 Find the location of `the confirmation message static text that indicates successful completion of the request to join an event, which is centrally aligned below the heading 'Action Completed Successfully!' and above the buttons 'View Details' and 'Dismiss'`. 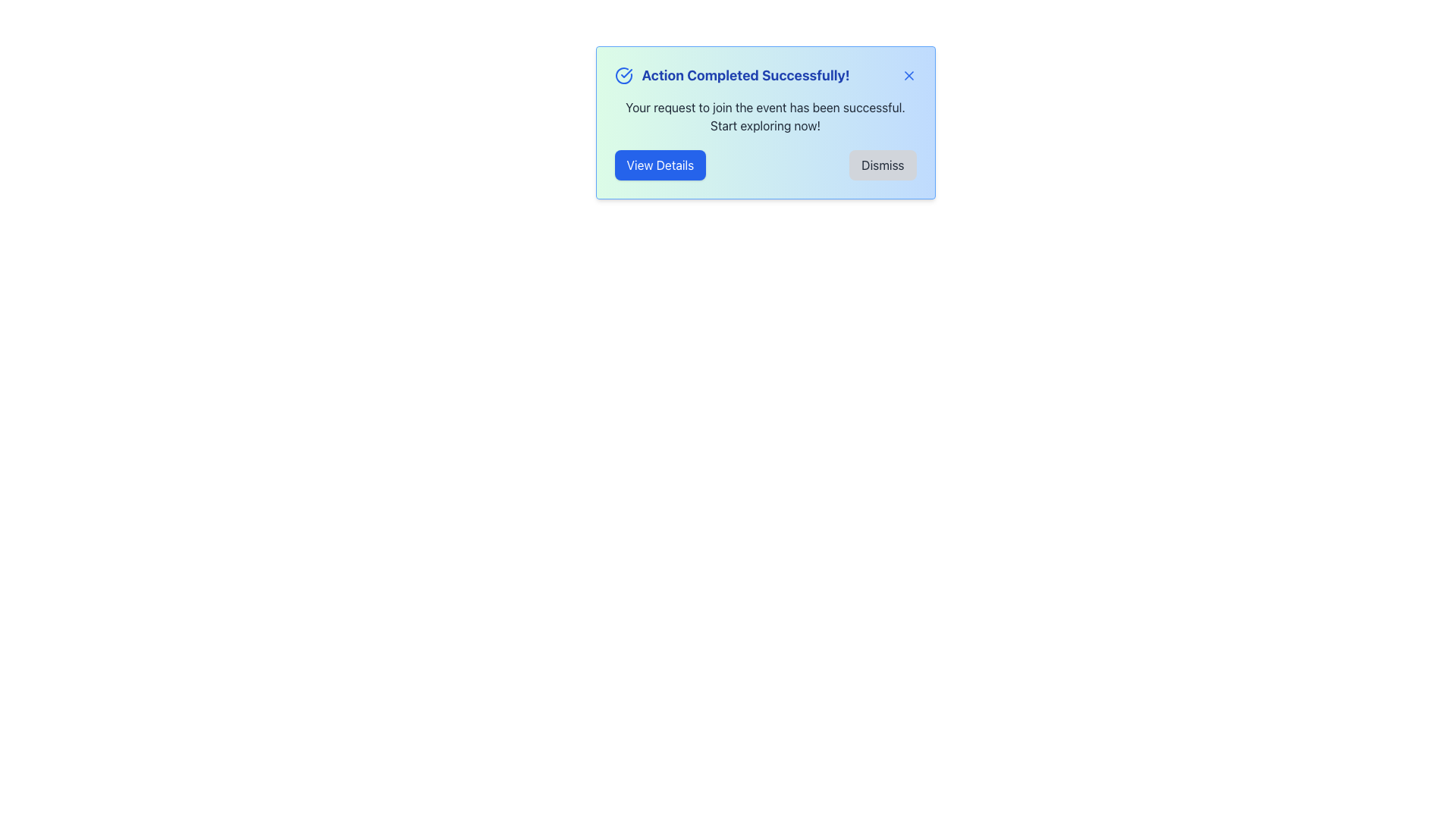

the confirmation message static text that indicates successful completion of the request to join an event, which is centrally aligned below the heading 'Action Completed Successfully!' and above the buttons 'View Details' and 'Dismiss' is located at coordinates (765, 116).